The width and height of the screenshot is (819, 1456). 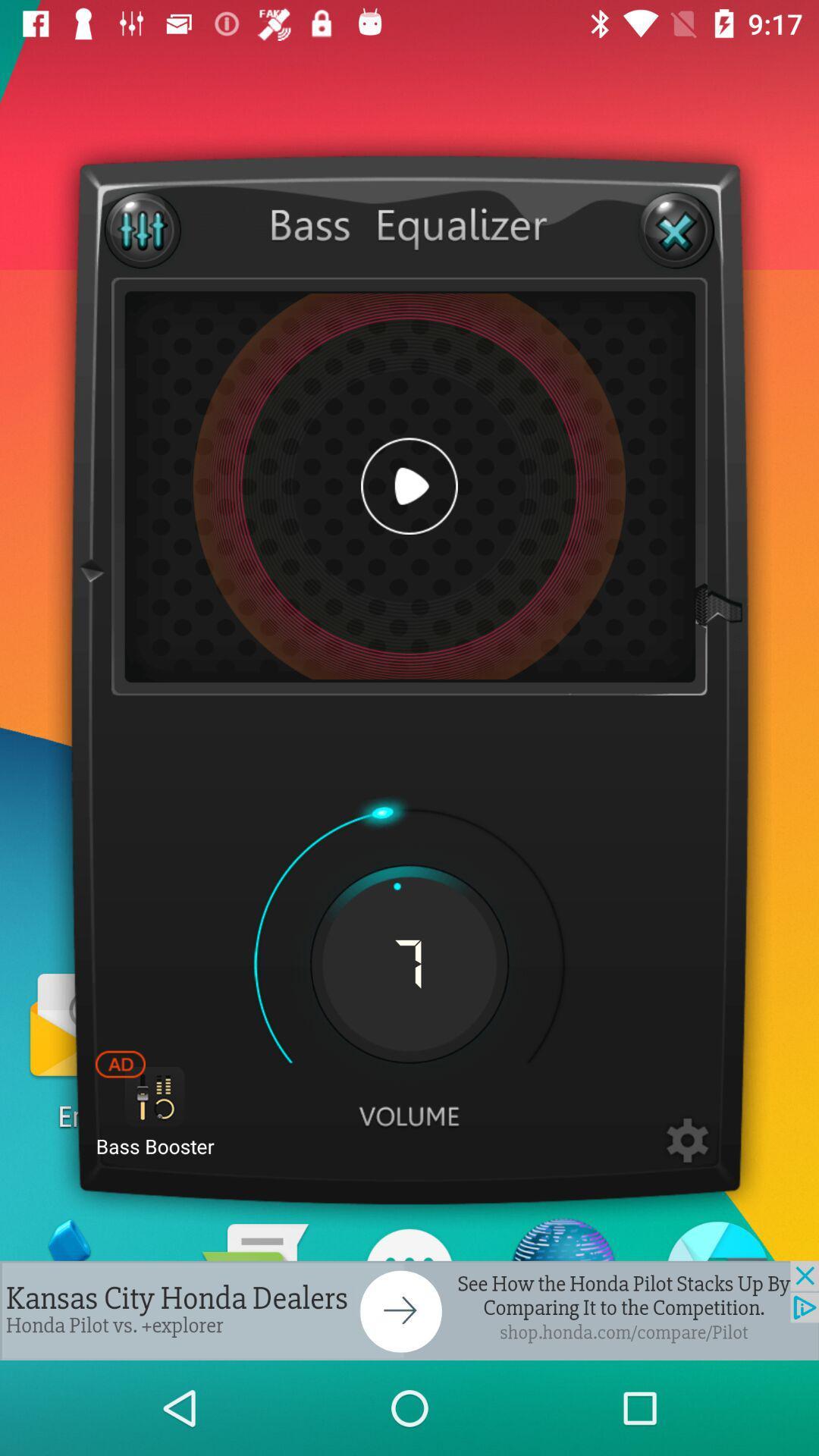 I want to click on the settings icon, so click(x=687, y=1141).